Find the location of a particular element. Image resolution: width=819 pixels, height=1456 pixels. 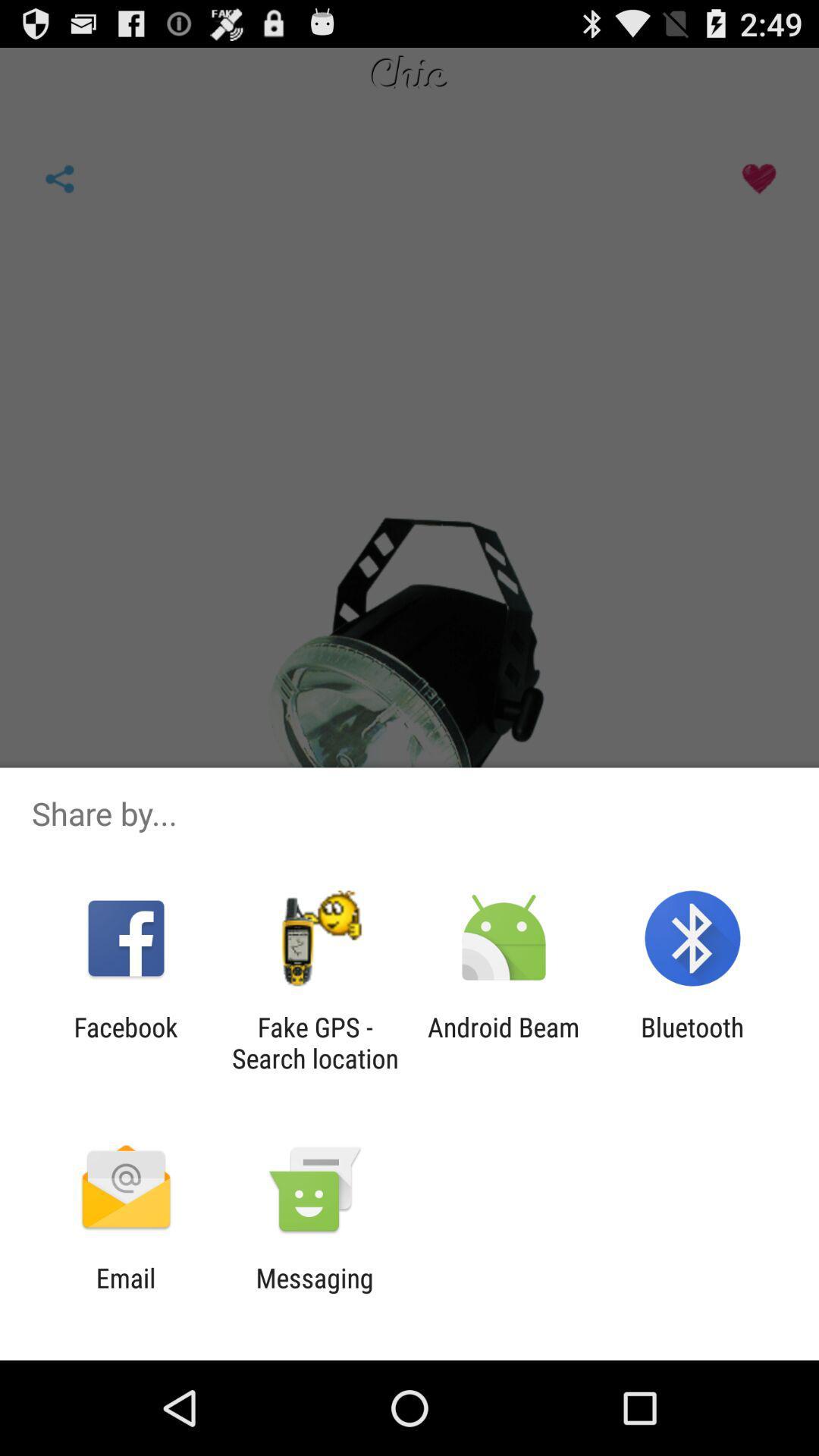

the icon next to android beam item is located at coordinates (692, 1042).